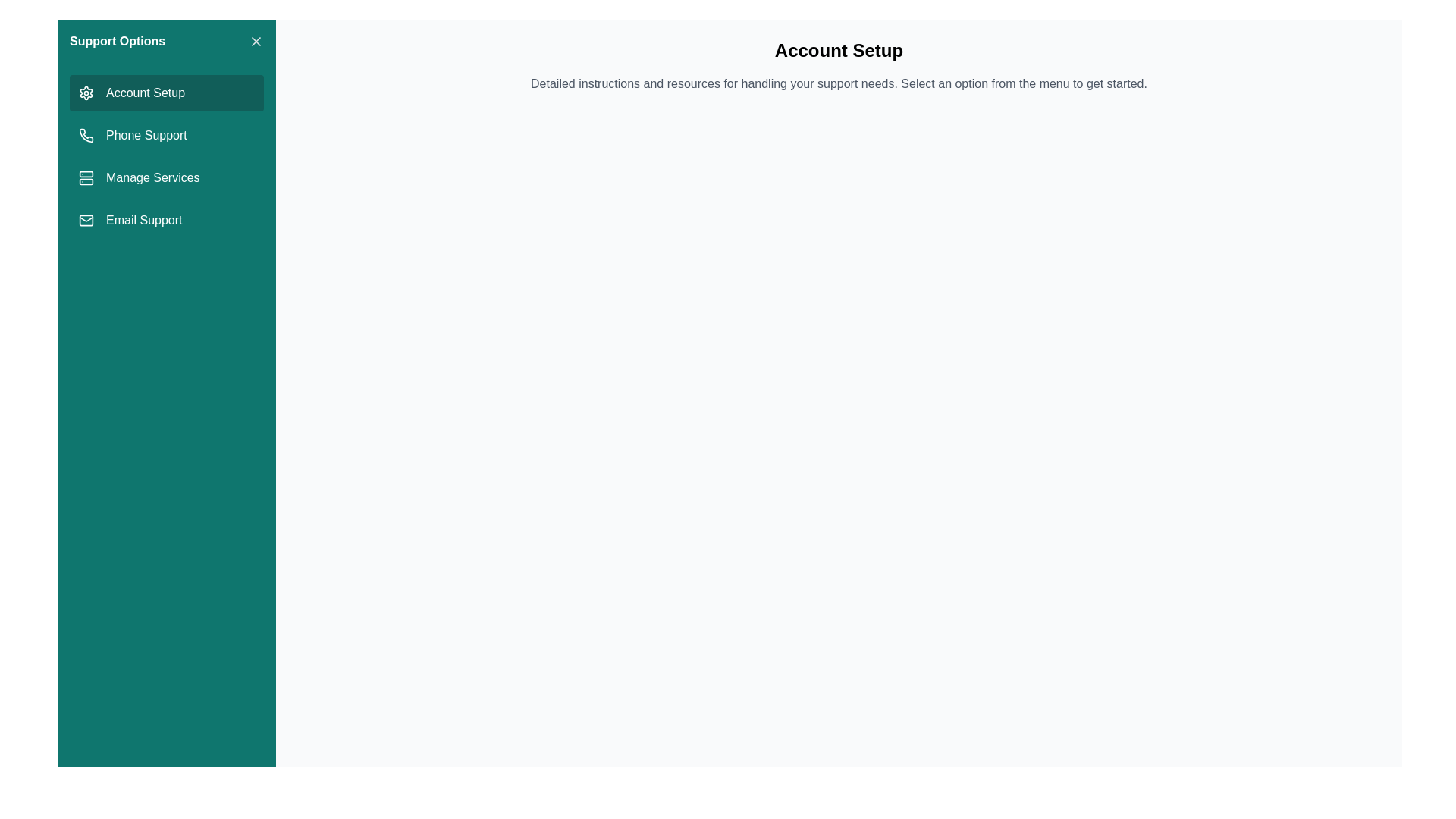 The height and width of the screenshot is (819, 1456). What do you see at coordinates (86, 134) in the screenshot?
I see `the 'Phone Support' icon in the sidebar menu for any visual changes or labels that may appear` at bounding box center [86, 134].